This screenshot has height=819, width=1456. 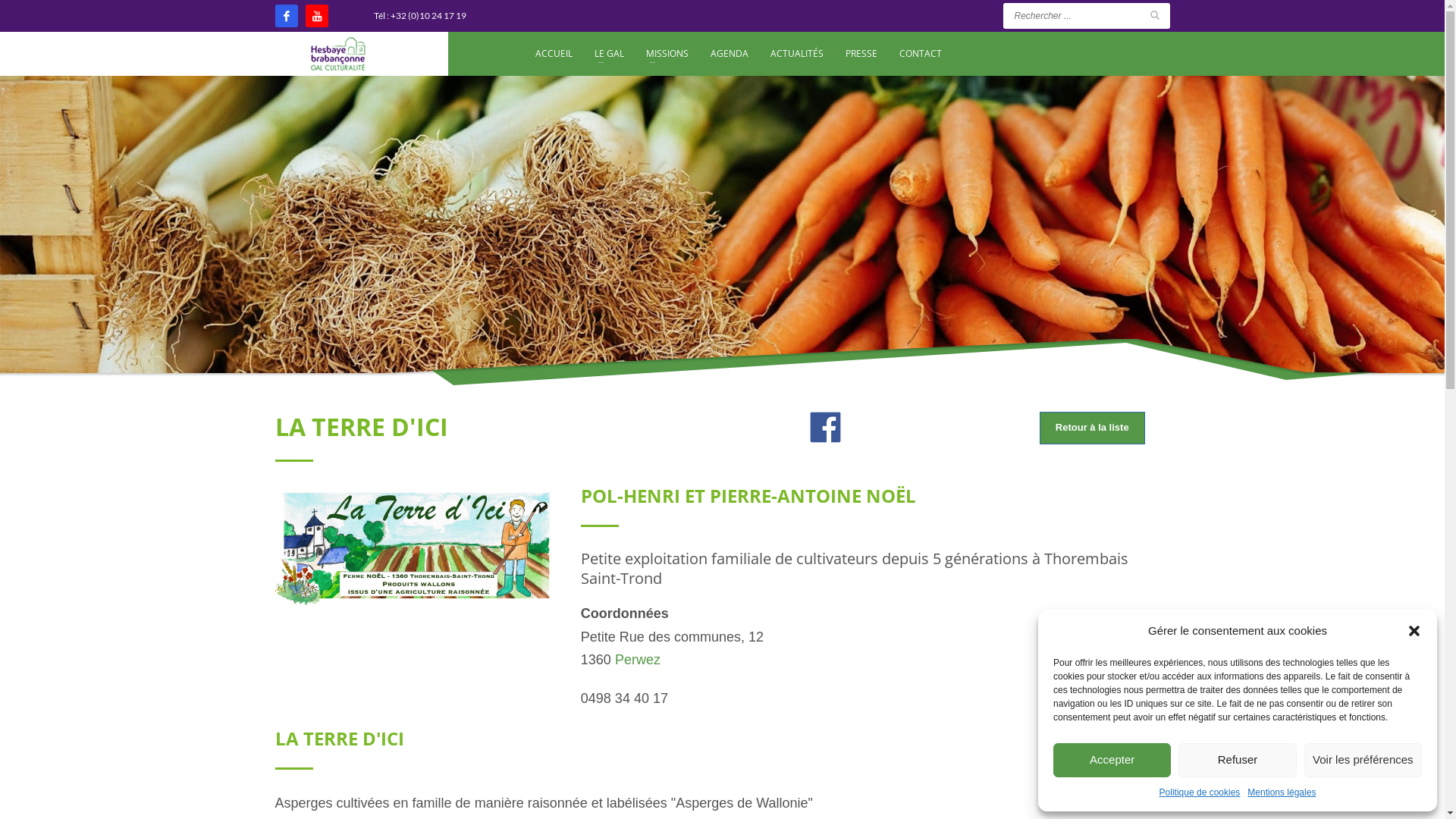 What do you see at coordinates (1153, 14) in the screenshot?
I see `'go'` at bounding box center [1153, 14].